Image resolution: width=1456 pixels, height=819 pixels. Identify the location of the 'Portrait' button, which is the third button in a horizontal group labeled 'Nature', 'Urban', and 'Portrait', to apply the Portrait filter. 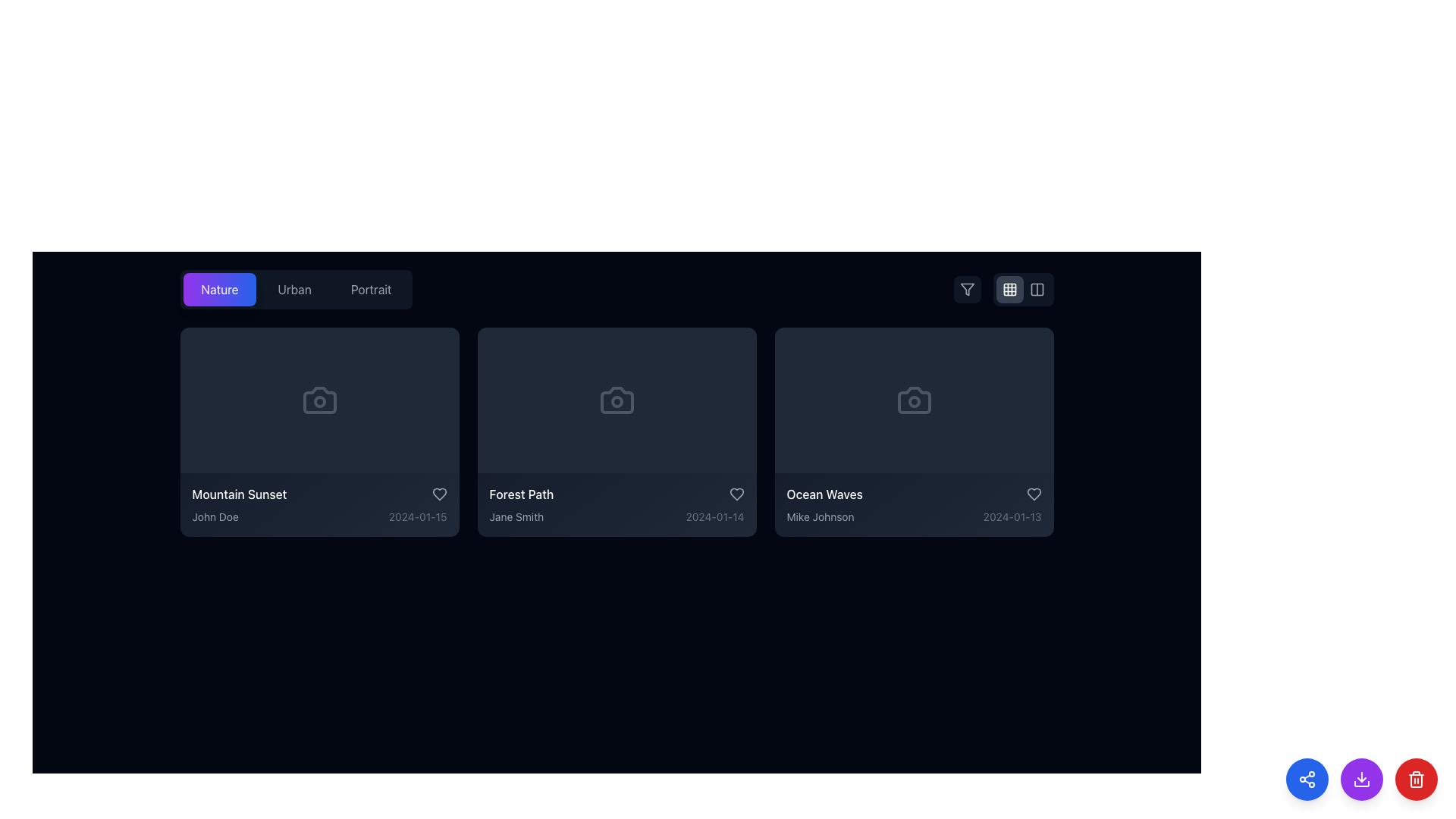
(371, 289).